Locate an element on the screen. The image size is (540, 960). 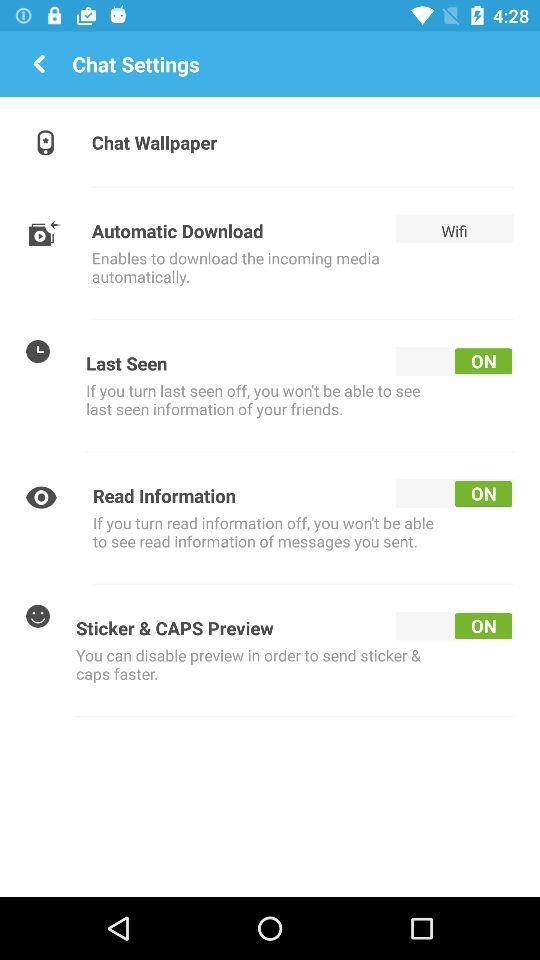
the third icon is located at coordinates (38, 351).